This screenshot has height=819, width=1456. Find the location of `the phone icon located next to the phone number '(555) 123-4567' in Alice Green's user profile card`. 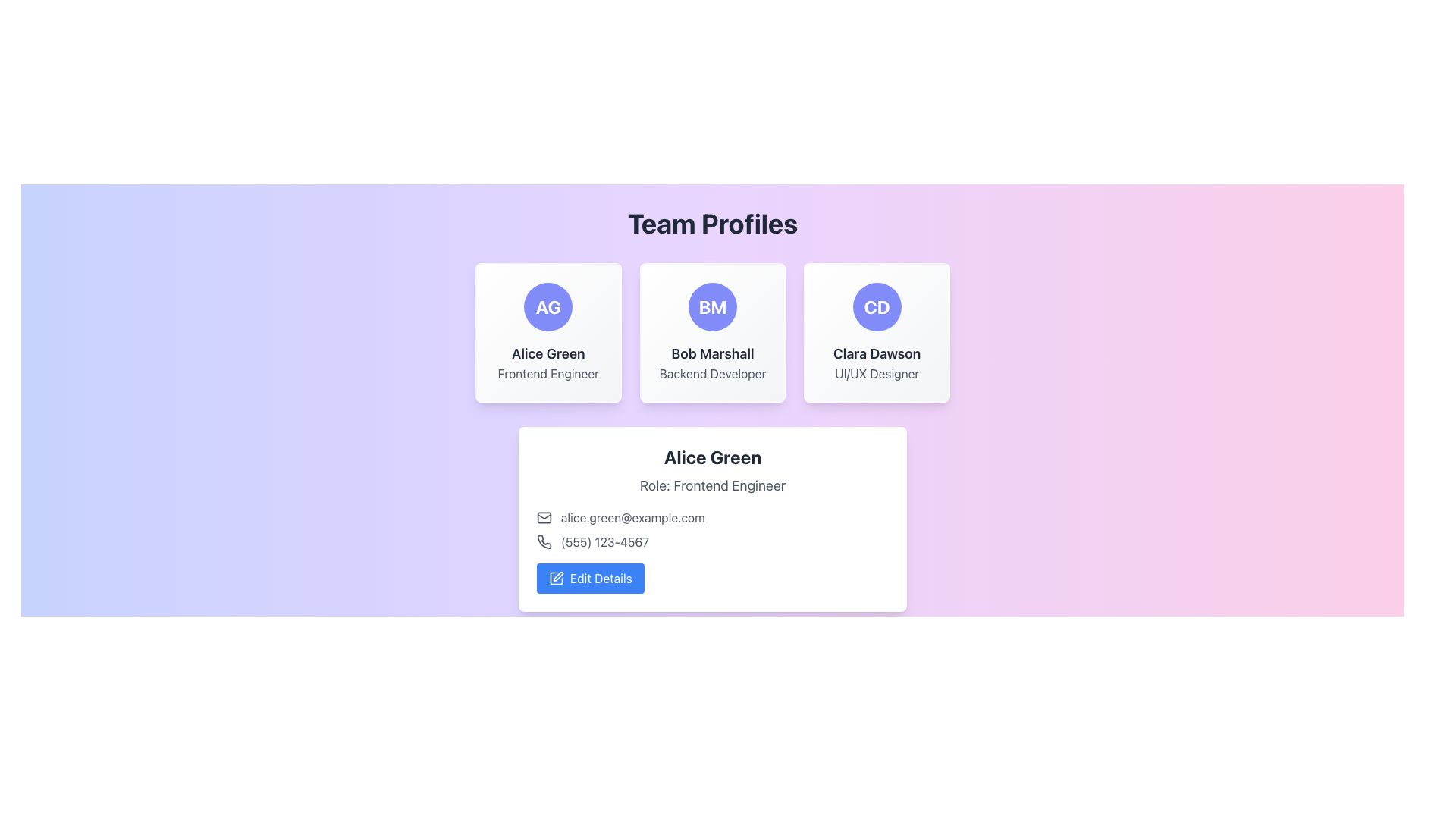

the phone icon located next to the phone number '(555) 123-4567' in Alice Green's user profile card is located at coordinates (544, 540).